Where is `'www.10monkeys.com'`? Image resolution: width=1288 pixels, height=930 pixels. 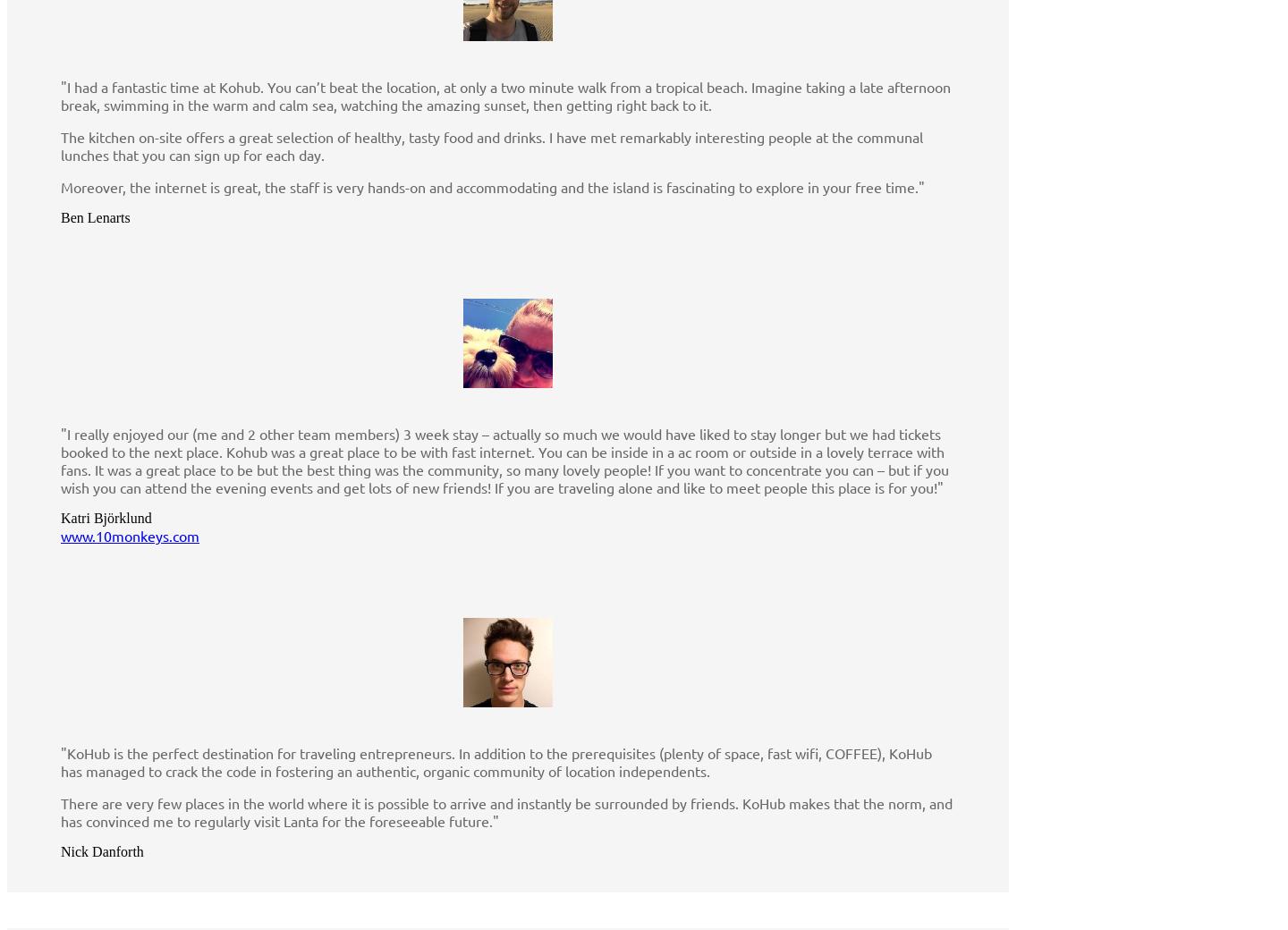
'www.10monkeys.com' is located at coordinates (60, 535).